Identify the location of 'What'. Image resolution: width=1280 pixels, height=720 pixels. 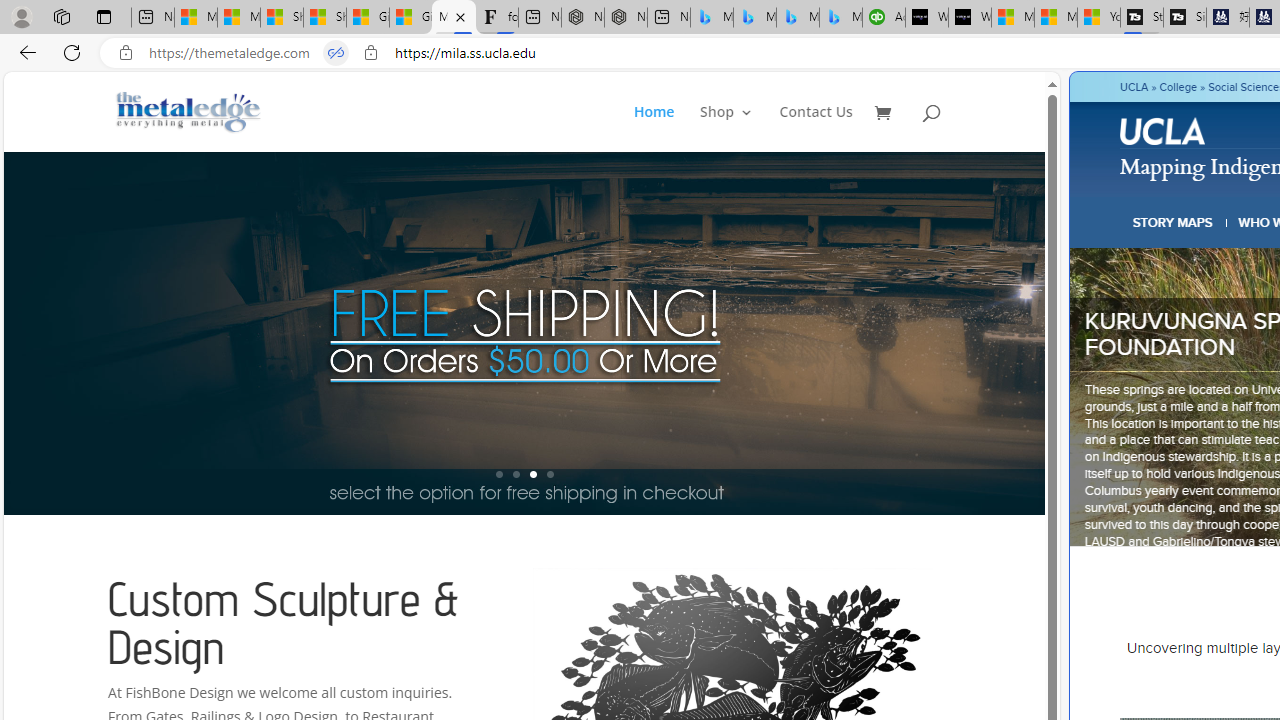
(969, 17).